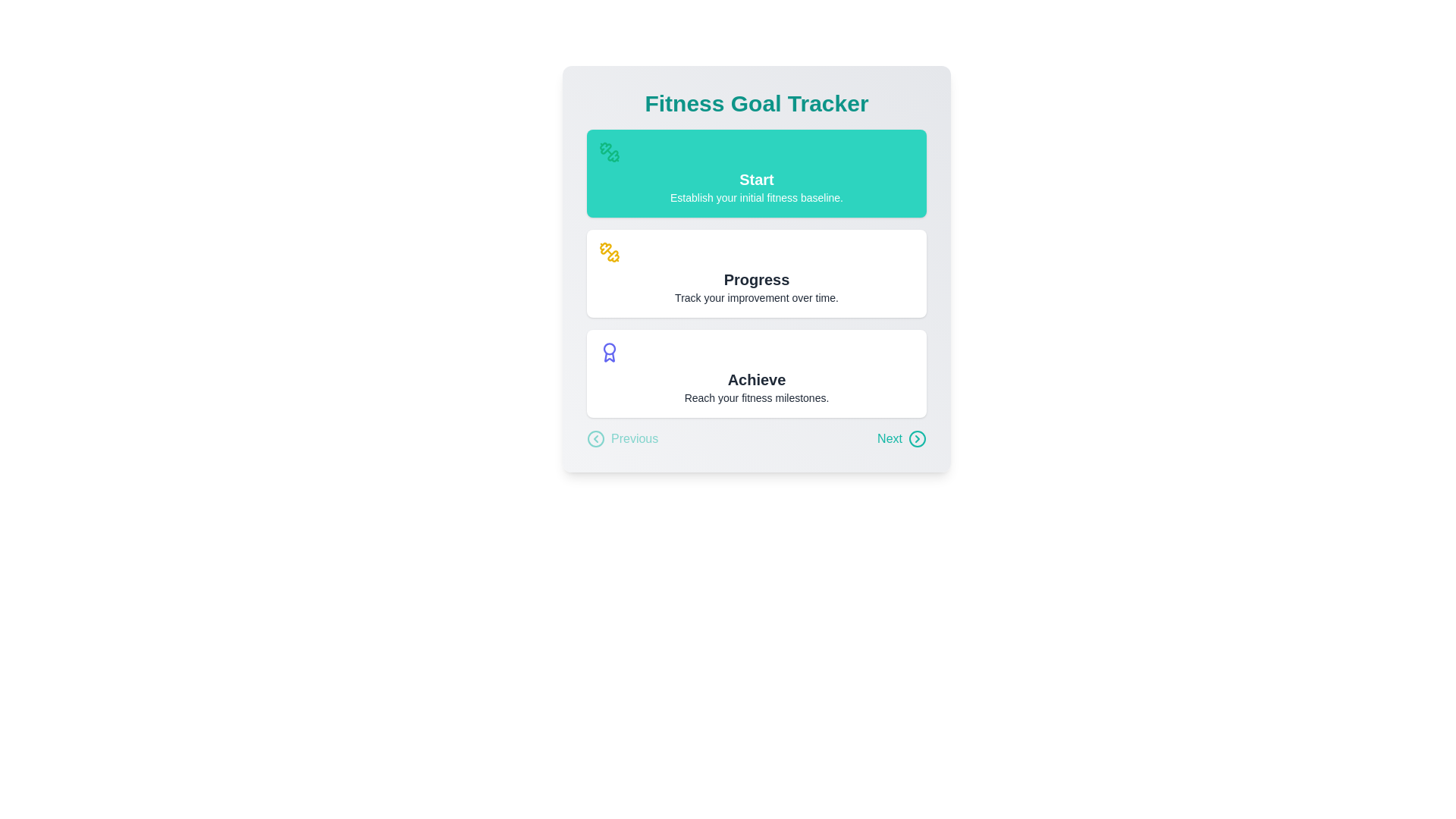  Describe the element at coordinates (757, 374) in the screenshot. I see `the Informational card that displays information about achieving fitness goals, located as the third item in the vertical list below 'Progress'` at that location.